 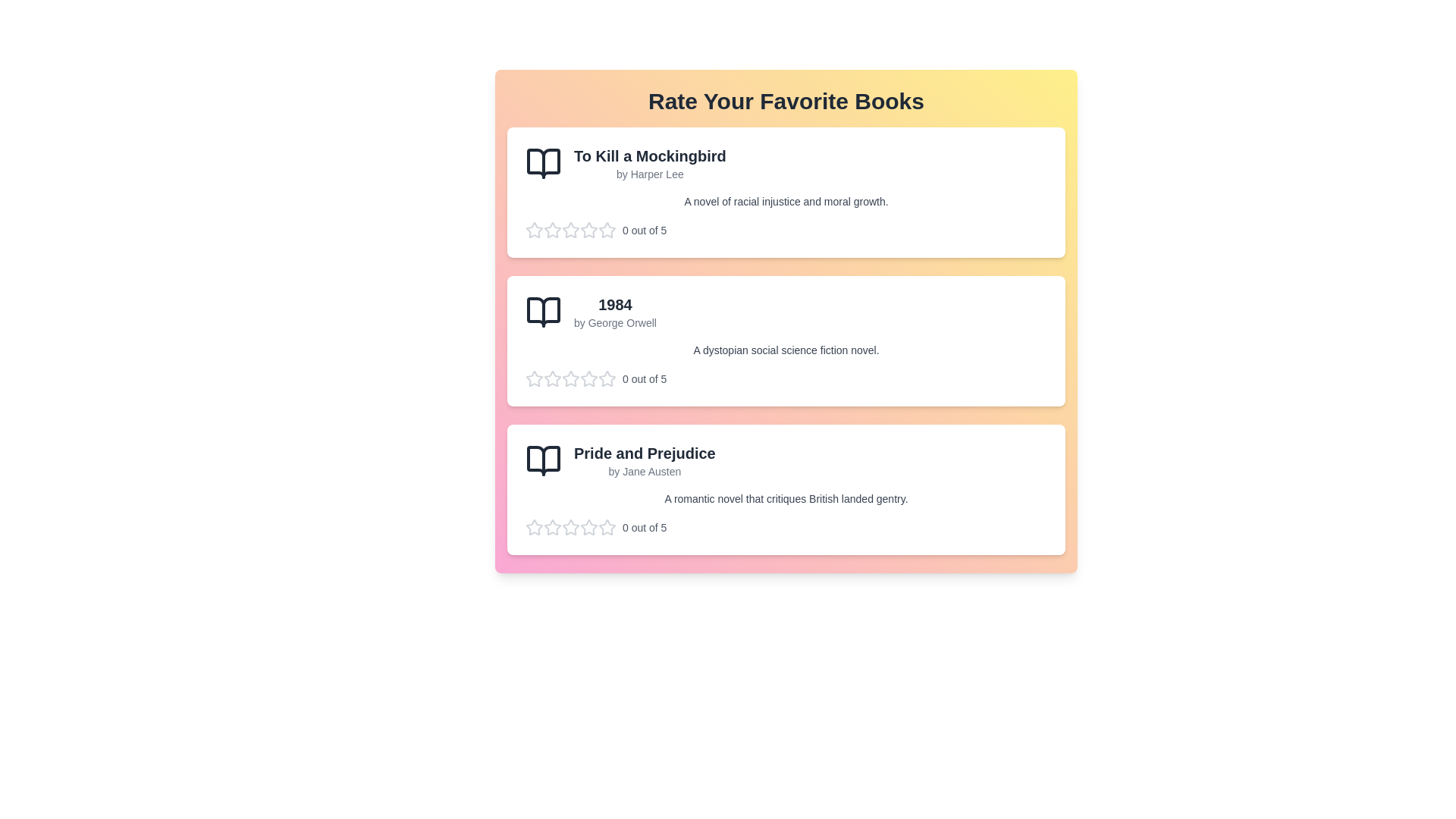 What do you see at coordinates (645, 460) in the screenshot?
I see `the text block displaying the title 'Pride and Prejudice' and the author 'by Jane Austen', located in the third card of the 'Rate Your Favorite Books' section` at bounding box center [645, 460].